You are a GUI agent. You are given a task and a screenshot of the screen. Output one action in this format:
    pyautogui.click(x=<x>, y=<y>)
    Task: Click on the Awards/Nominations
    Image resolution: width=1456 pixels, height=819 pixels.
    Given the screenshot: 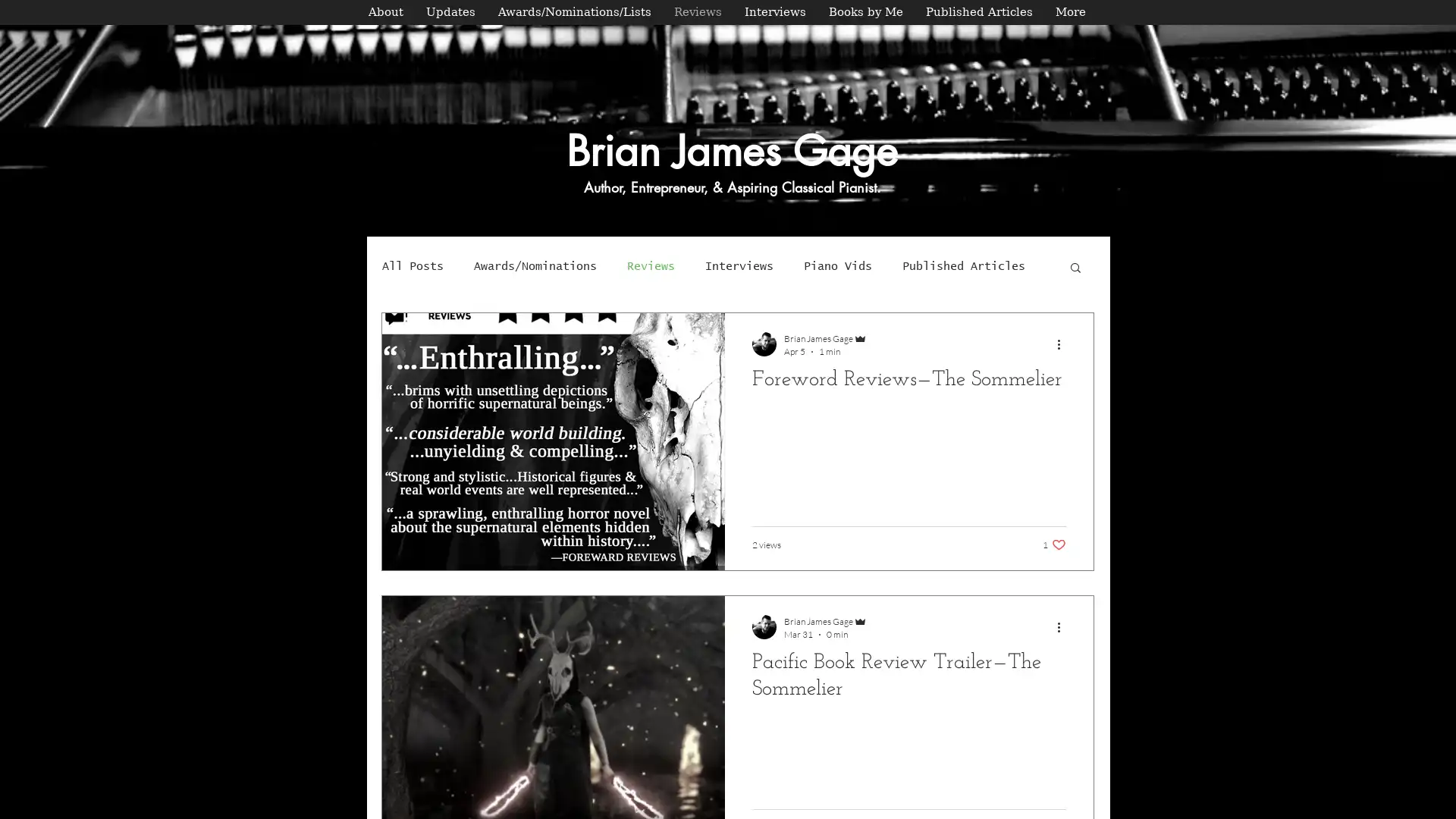 What is the action you would take?
    pyautogui.click(x=535, y=265)
    